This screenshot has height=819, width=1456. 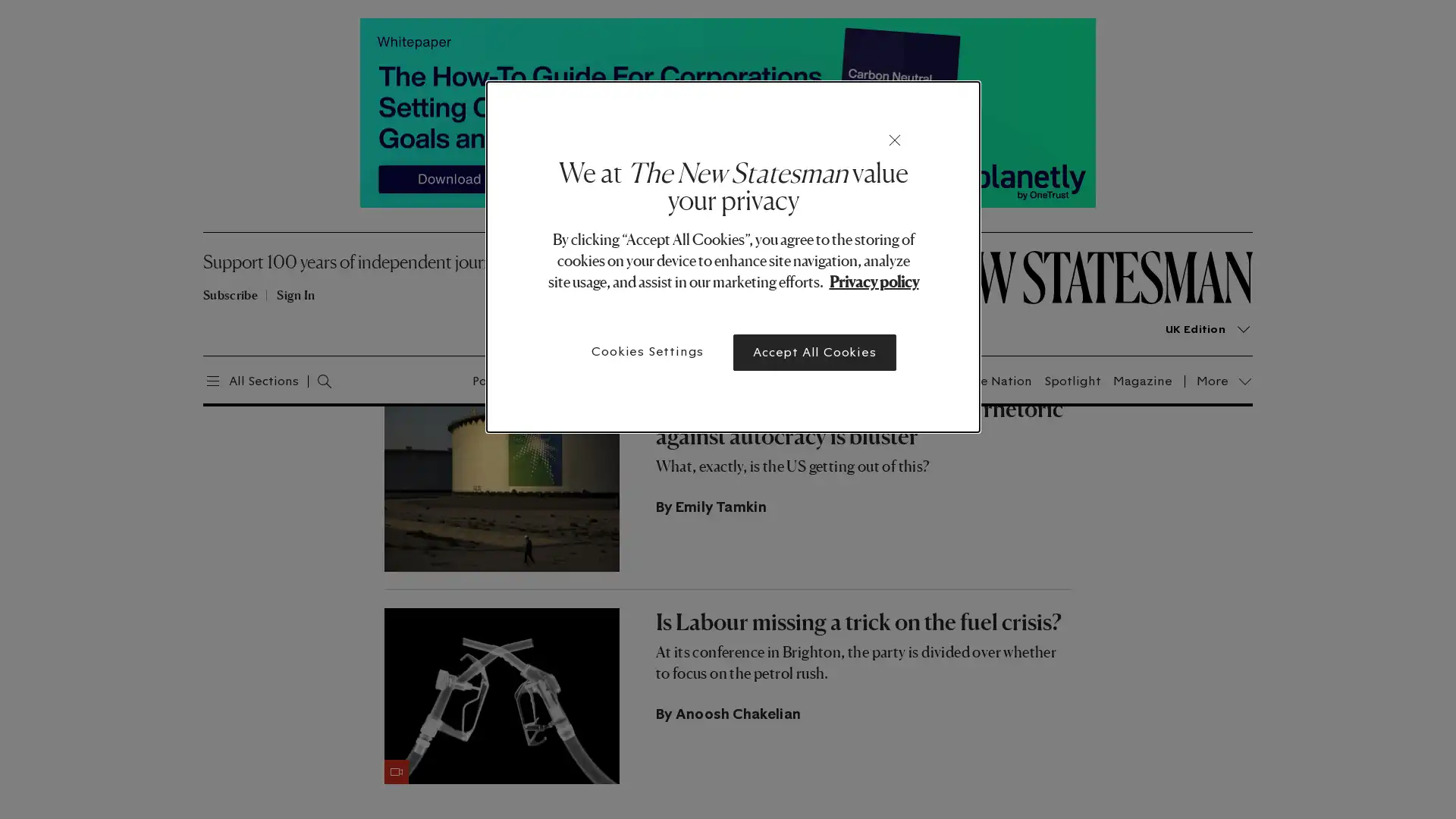 What do you see at coordinates (814, 353) in the screenshot?
I see `Accept All Cookies` at bounding box center [814, 353].